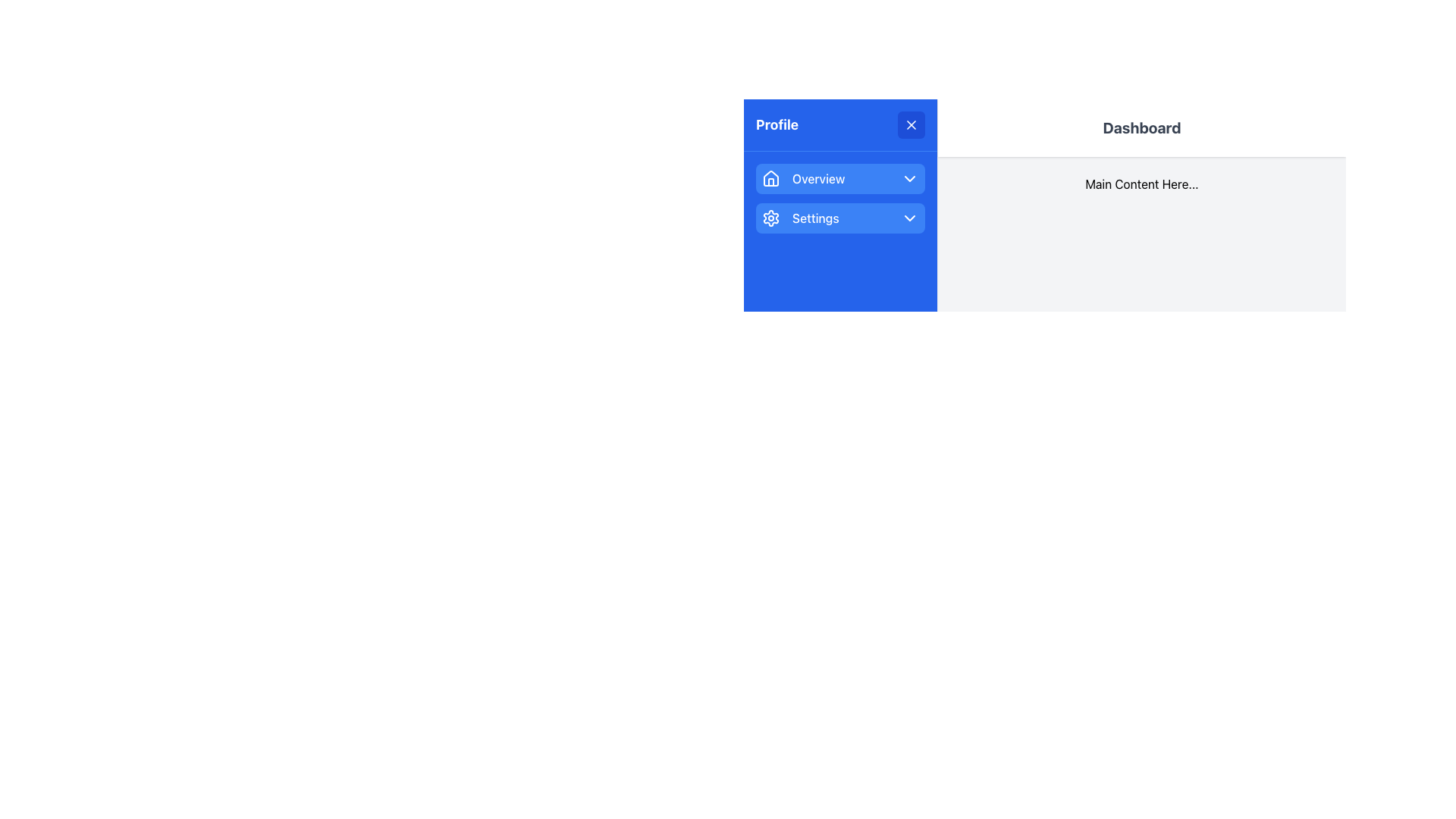 The height and width of the screenshot is (819, 1456). Describe the element at coordinates (771, 181) in the screenshot. I see `the house icon located` at that location.